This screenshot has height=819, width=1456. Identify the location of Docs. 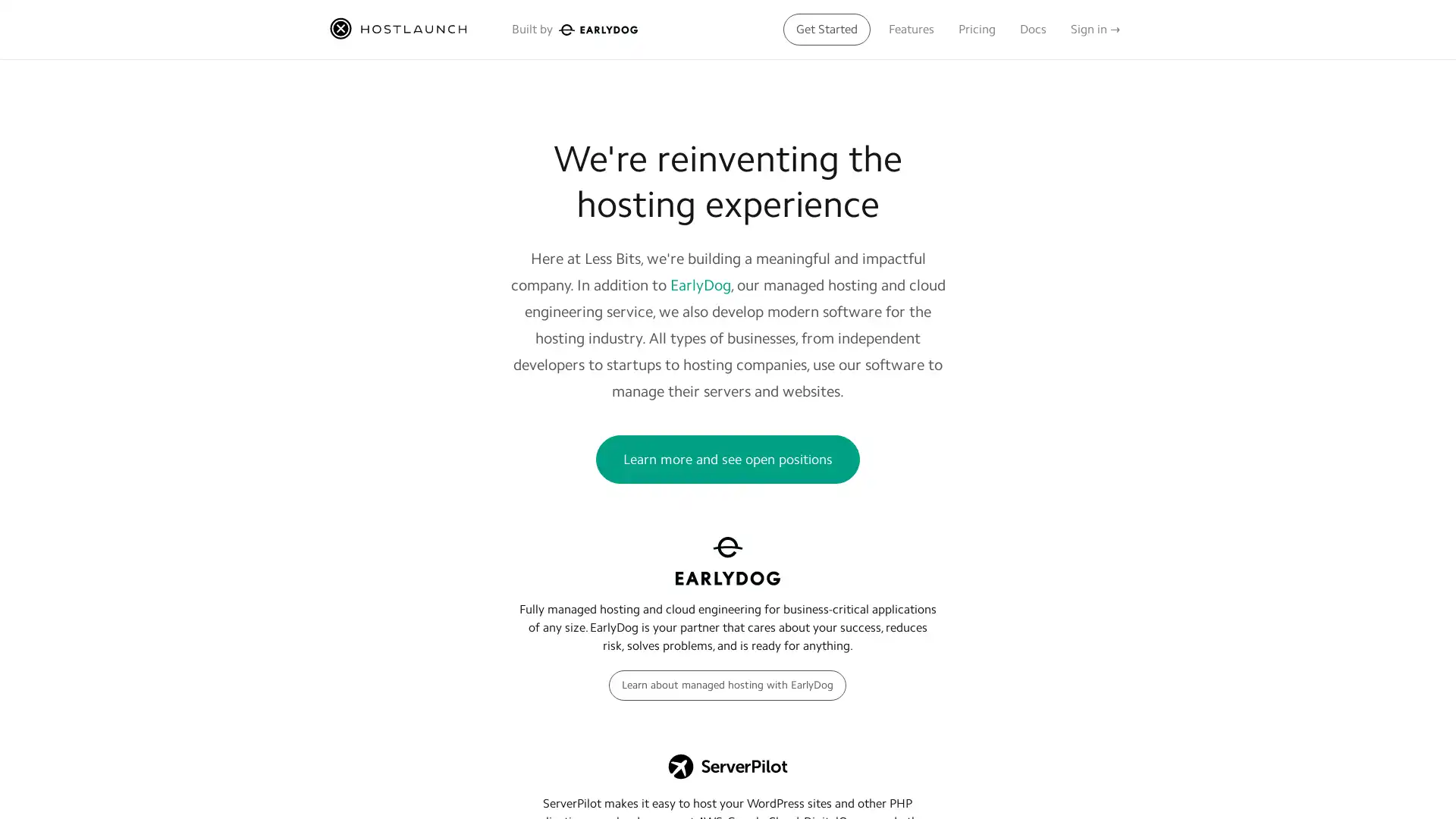
(1032, 29).